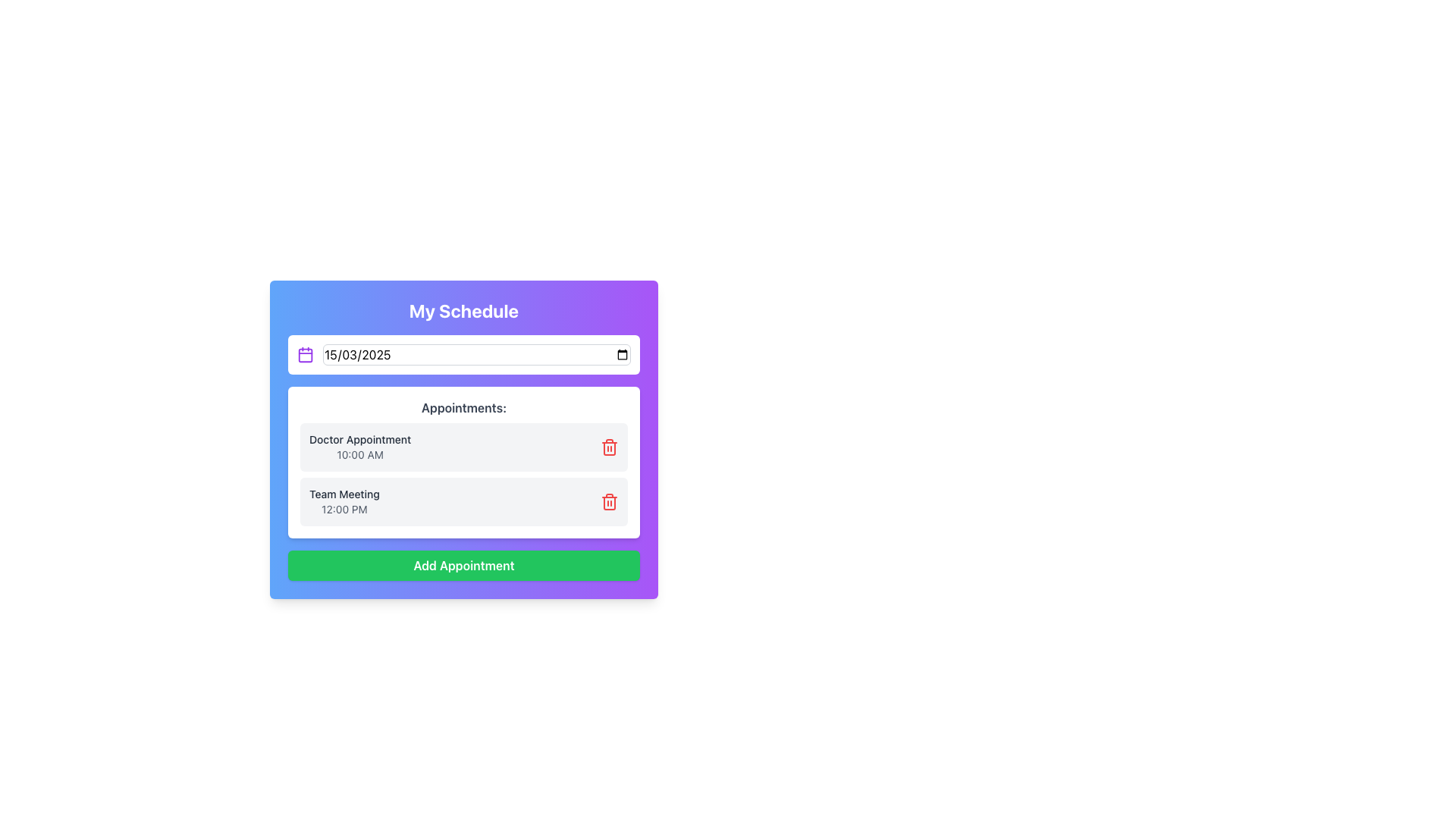 Image resolution: width=1456 pixels, height=819 pixels. What do you see at coordinates (344, 502) in the screenshot?
I see `text content of the Text Display showing 'Team Meeting' and '12:00 PM', which is located in the second appointment card under the 'Appointments' section of the 'My Schedule' interface` at bounding box center [344, 502].